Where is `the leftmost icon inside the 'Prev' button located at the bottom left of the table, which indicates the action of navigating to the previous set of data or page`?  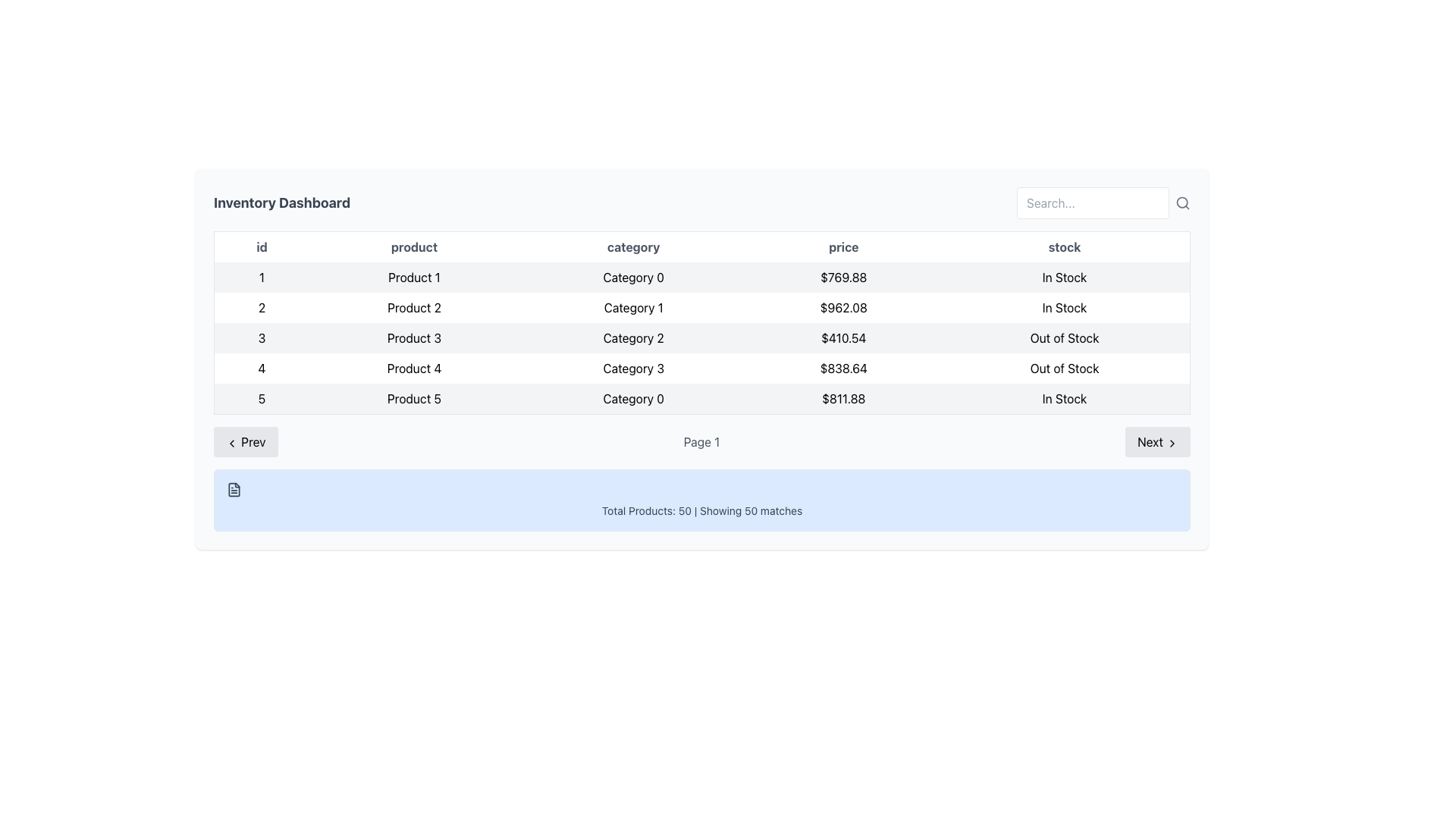
the leftmost icon inside the 'Prev' button located at the bottom left of the table, which indicates the action of navigating to the previous set of data or page is located at coordinates (231, 442).